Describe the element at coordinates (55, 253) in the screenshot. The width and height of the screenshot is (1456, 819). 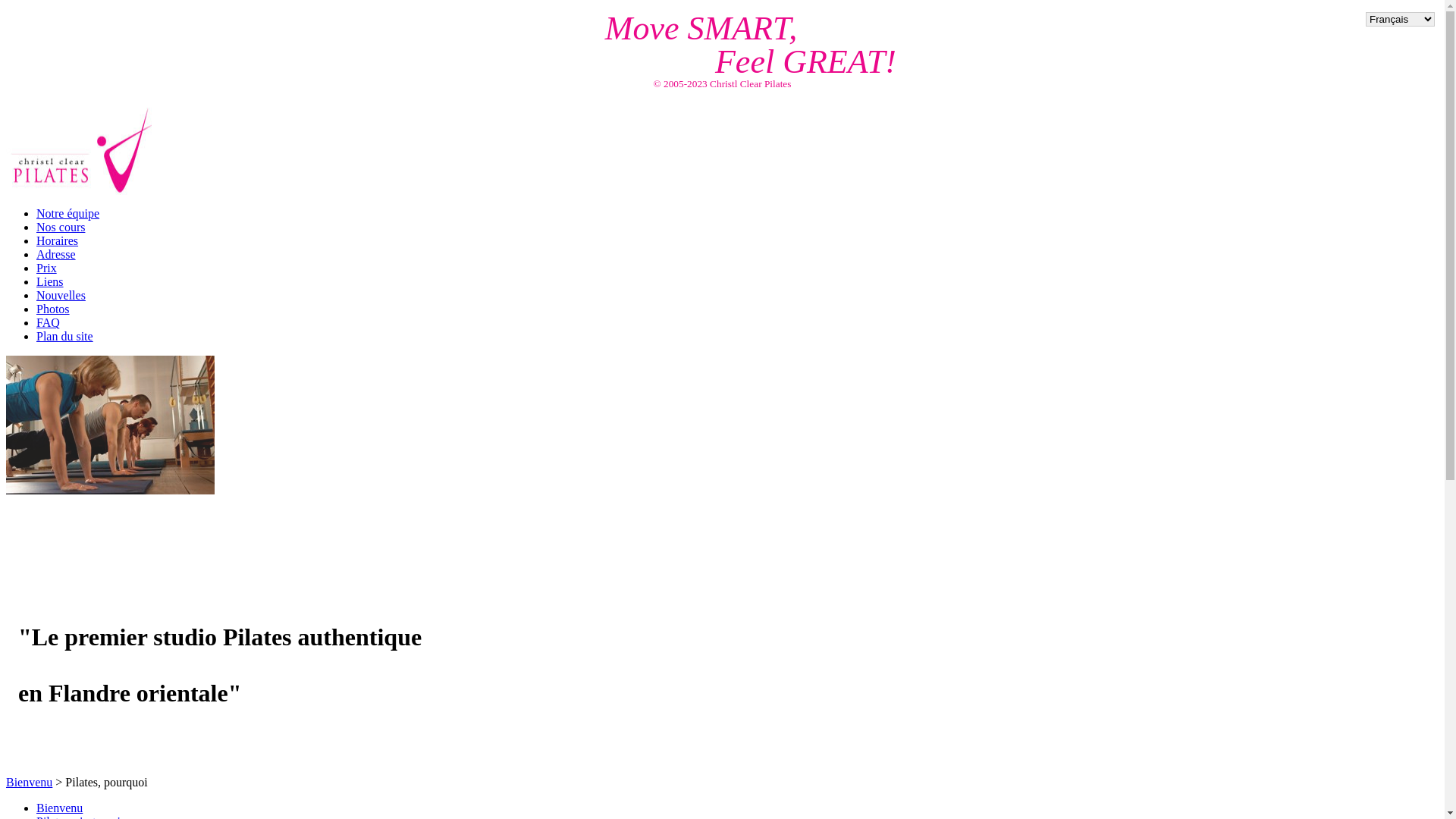
I see `'Adresse'` at that location.